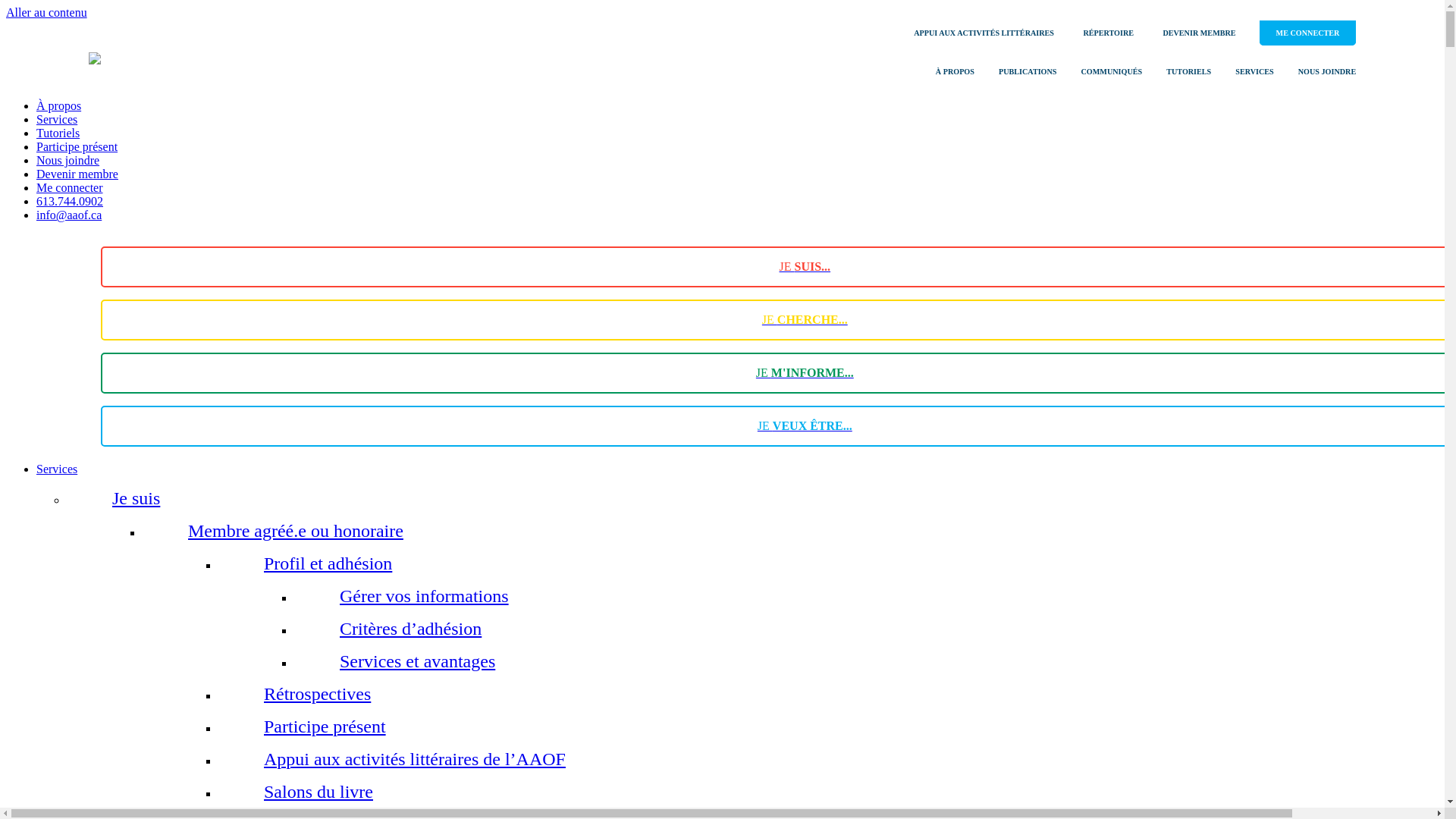  What do you see at coordinates (338, 660) in the screenshot?
I see `'Services et avantages'` at bounding box center [338, 660].